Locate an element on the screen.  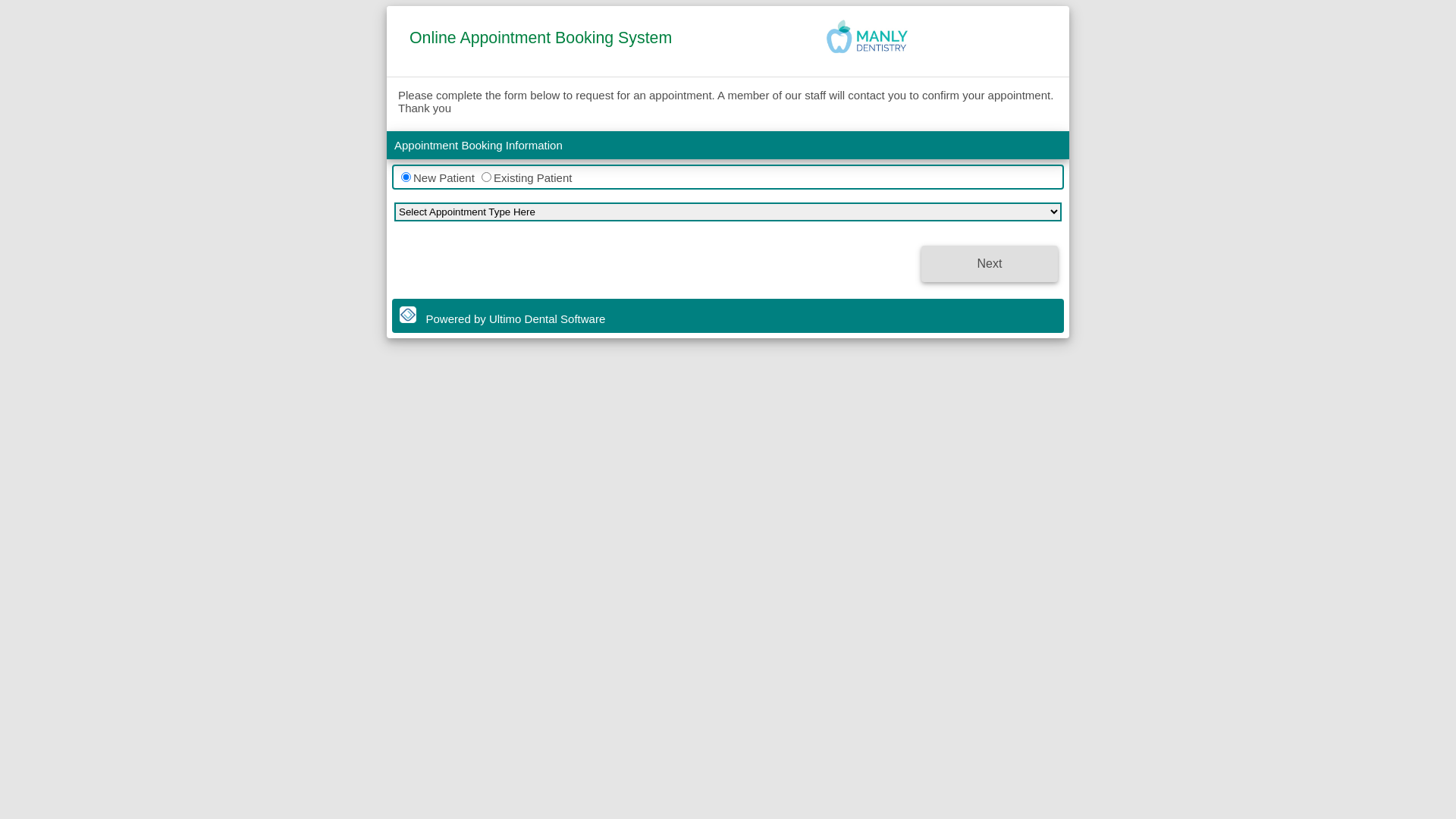
'Next' is located at coordinates (990, 262).